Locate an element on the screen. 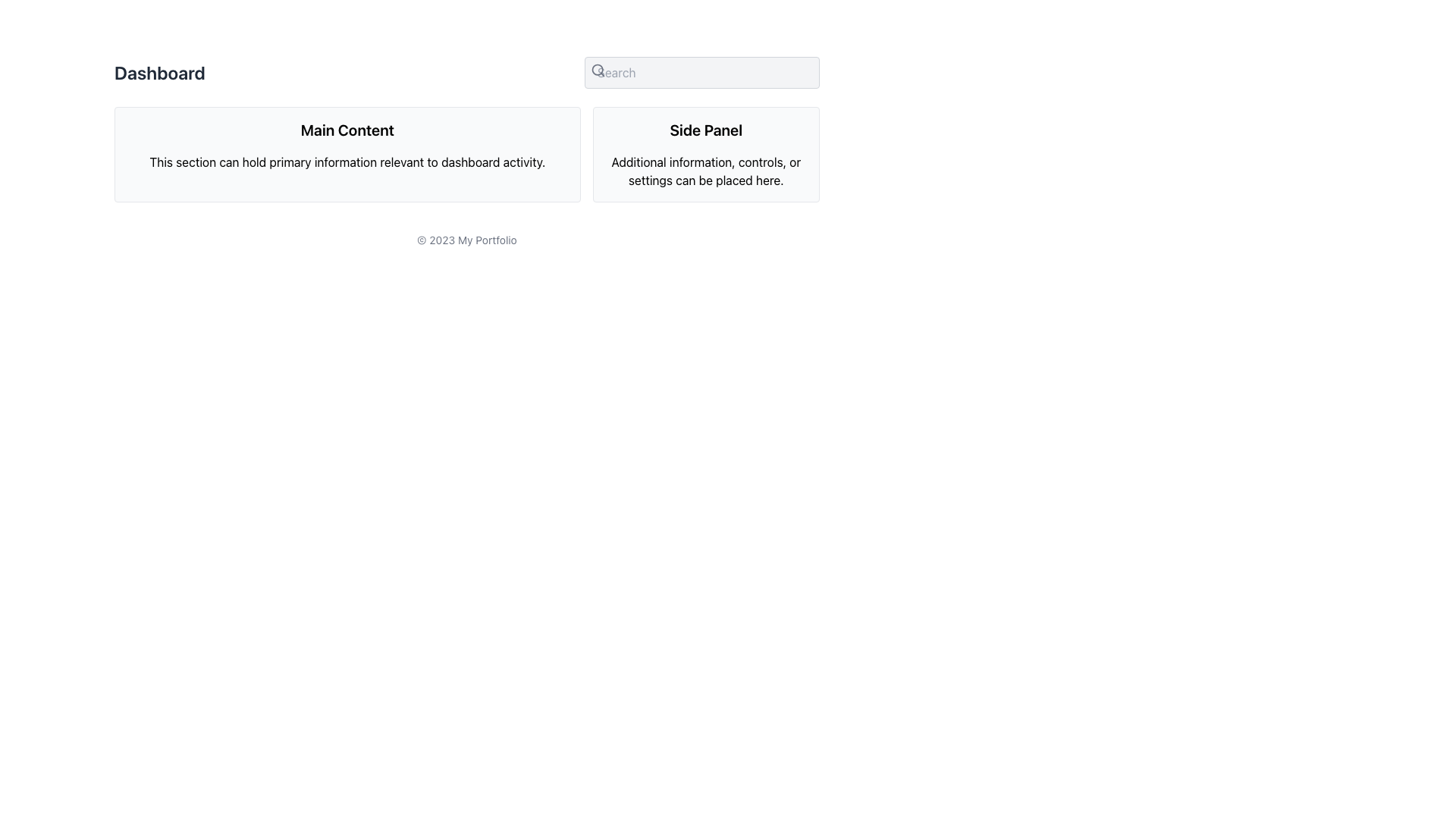  the Circular SVG component representing the search icon's handle, located near the top left corner of the search bar is located at coordinates (597, 70).